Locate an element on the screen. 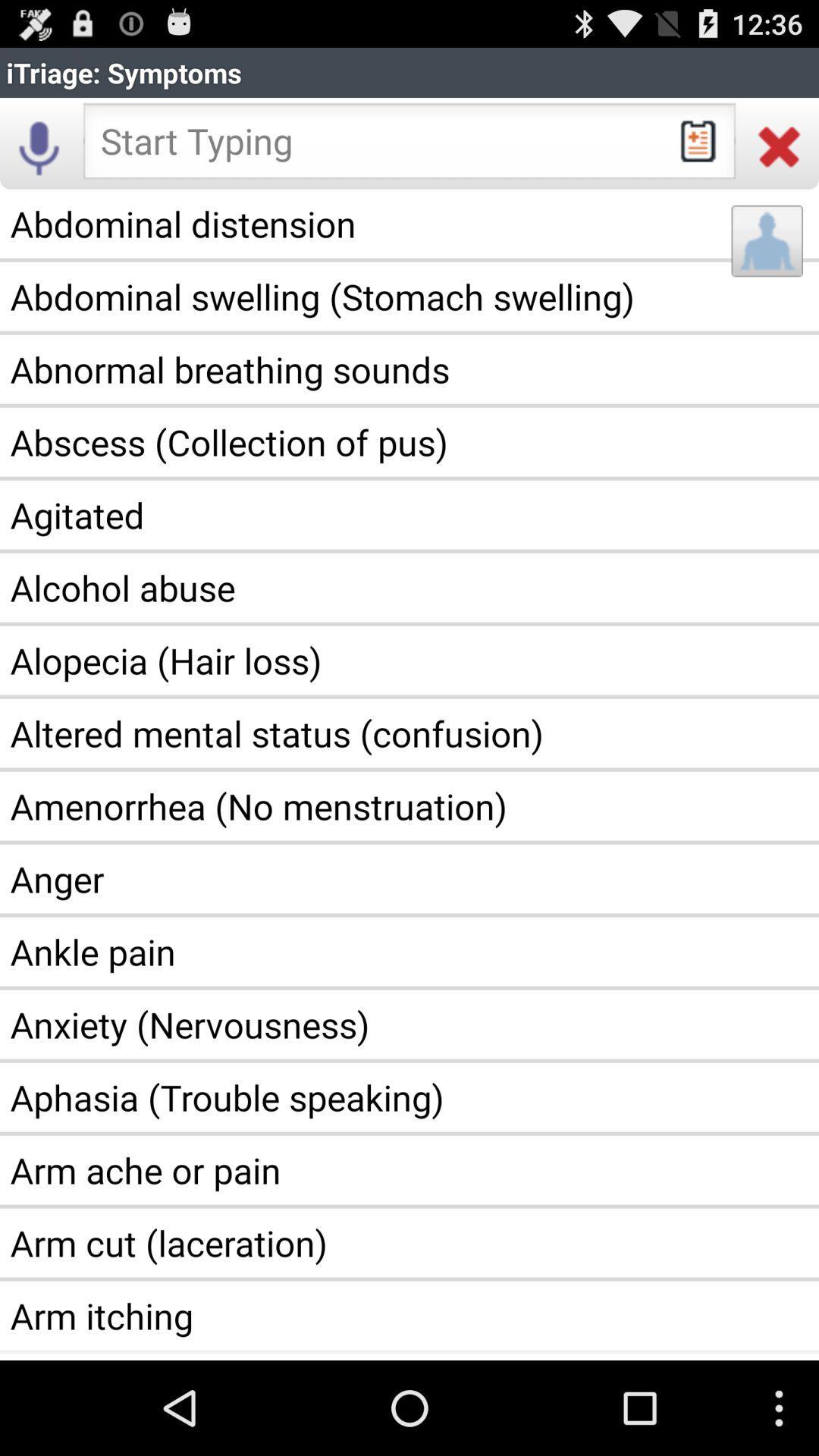 This screenshot has width=819, height=1456. the ankle pain app is located at coordinates (409, 951).